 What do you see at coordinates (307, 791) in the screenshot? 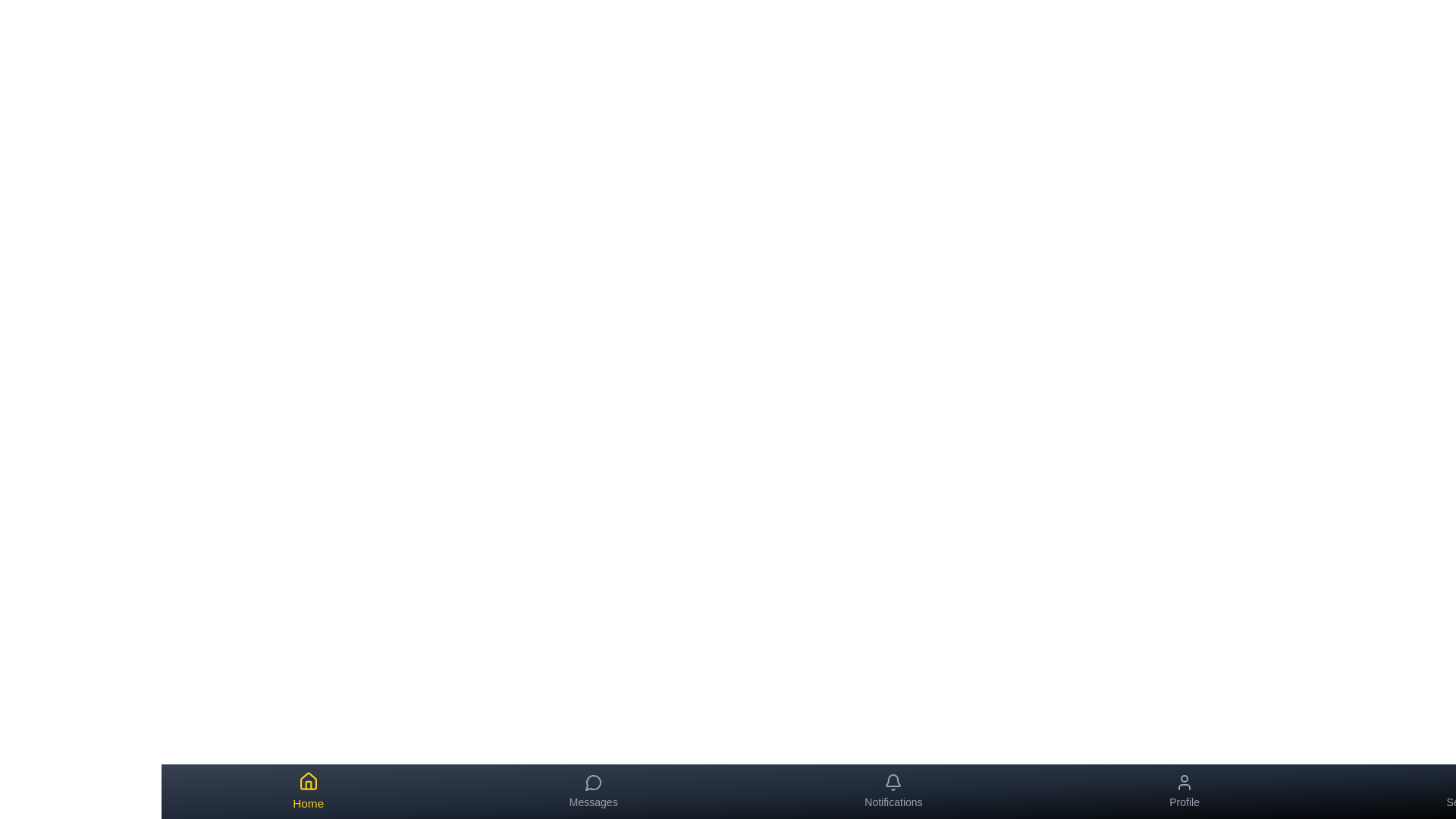
I see `the Home tab to observe its active state` at bounding box center [307, 791].